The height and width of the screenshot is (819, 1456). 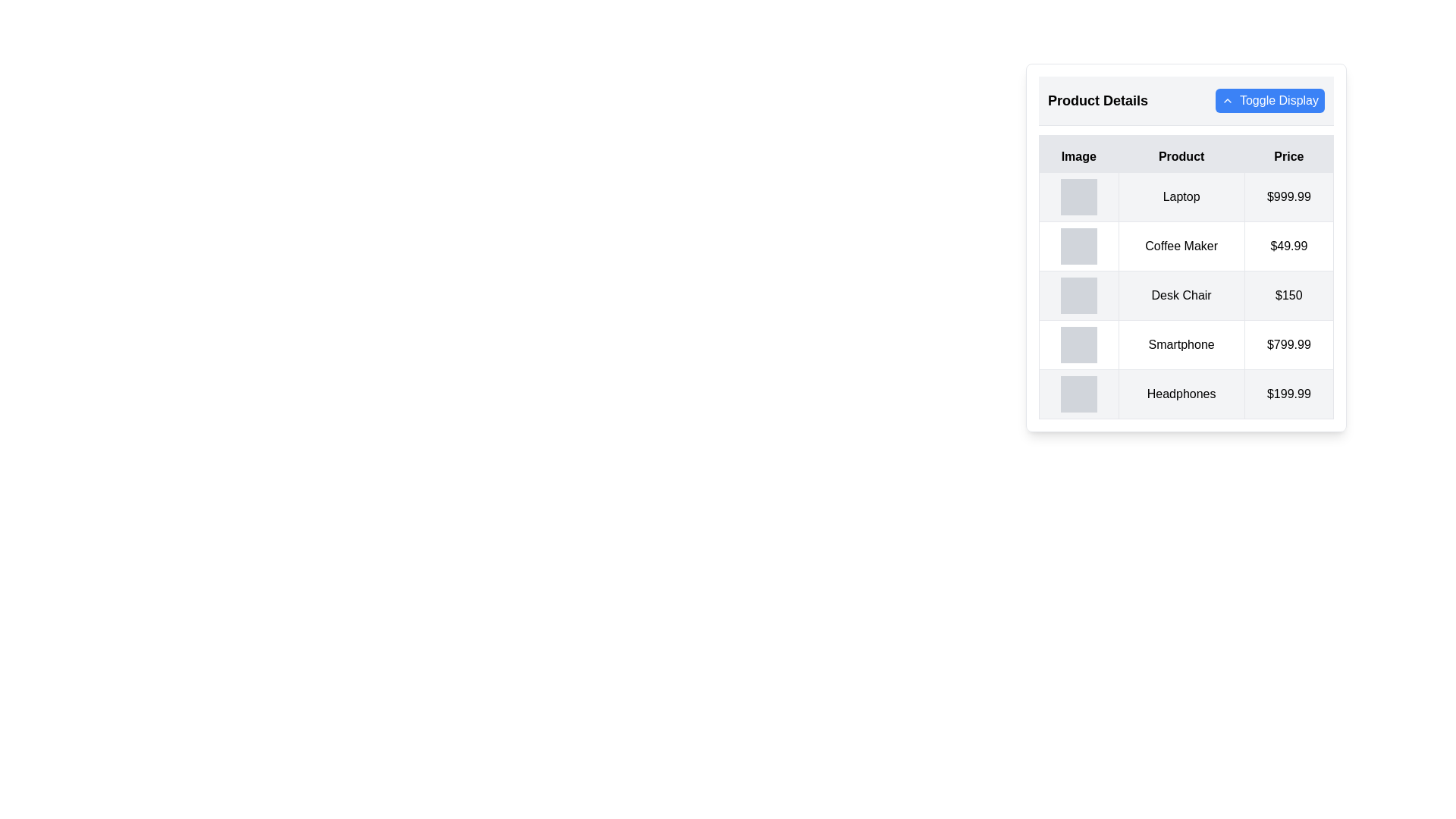 What do you see at coordinates (1181, 245) in the screenshot?
I see `the text label displaying 'Coffee Maker' in the second row and second column of the table` at bounding box center [1181, 245].